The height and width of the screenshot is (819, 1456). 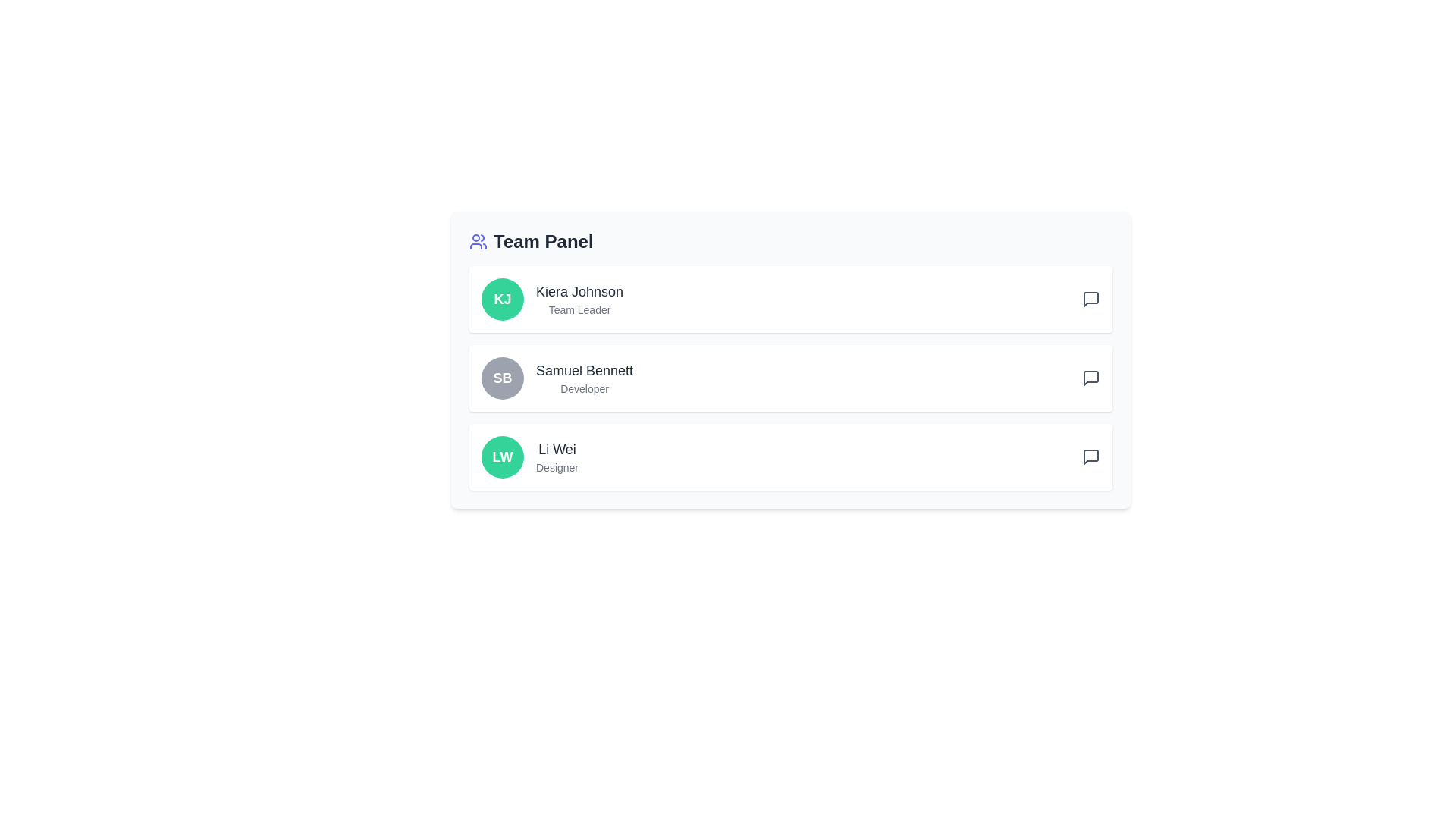 I want to click on the card containing the initials 'SB', the name 'Samuel Bennett', and the title 'Developer', which is the second card in a vertically stacked list, so click(x=789, y=377).